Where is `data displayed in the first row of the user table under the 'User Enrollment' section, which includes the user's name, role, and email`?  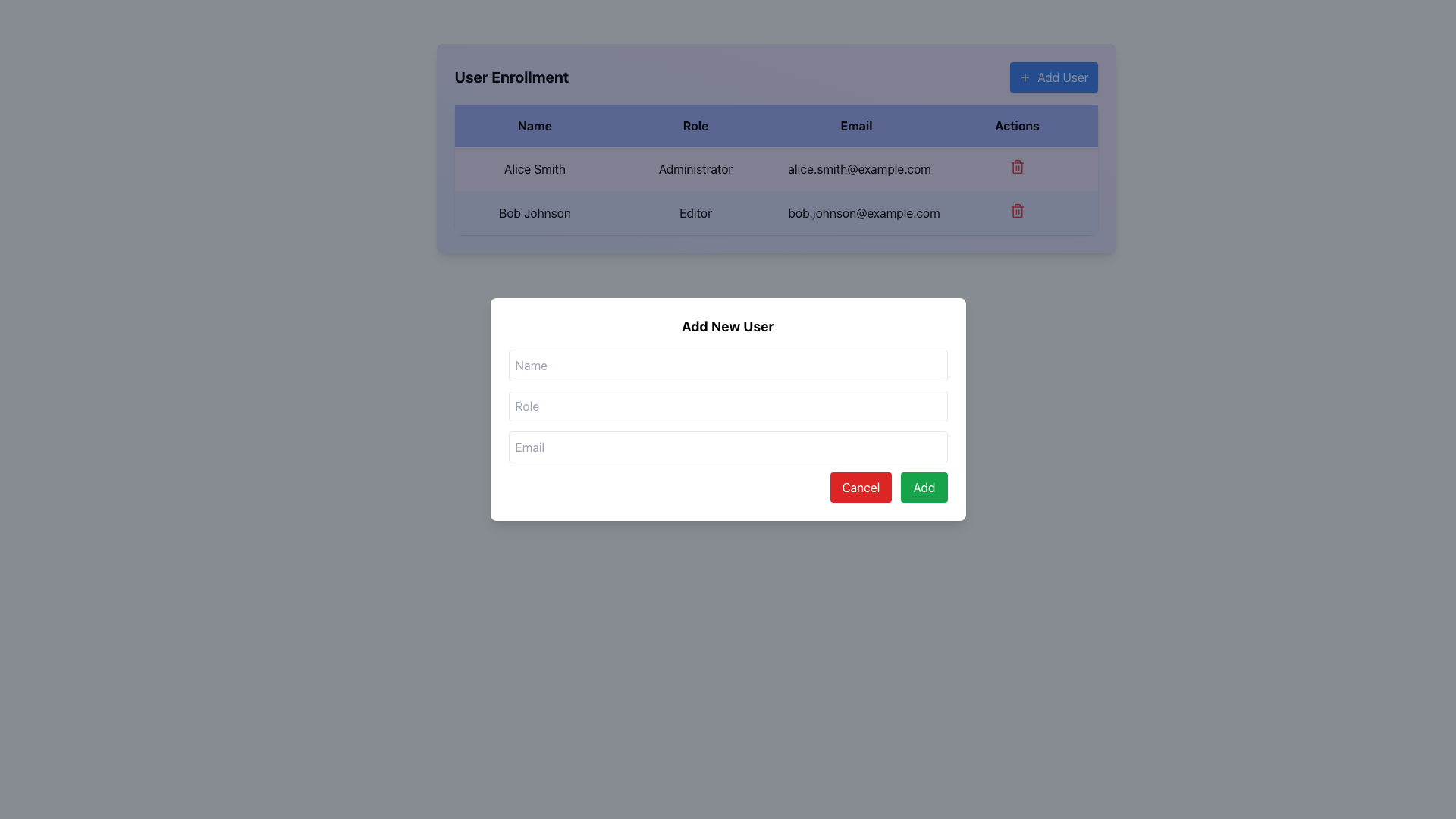
data displayed in the first row of the user table under the 'User Enrollment' section, which includes the user's name, role, and email is located at coordinates (776, 169).